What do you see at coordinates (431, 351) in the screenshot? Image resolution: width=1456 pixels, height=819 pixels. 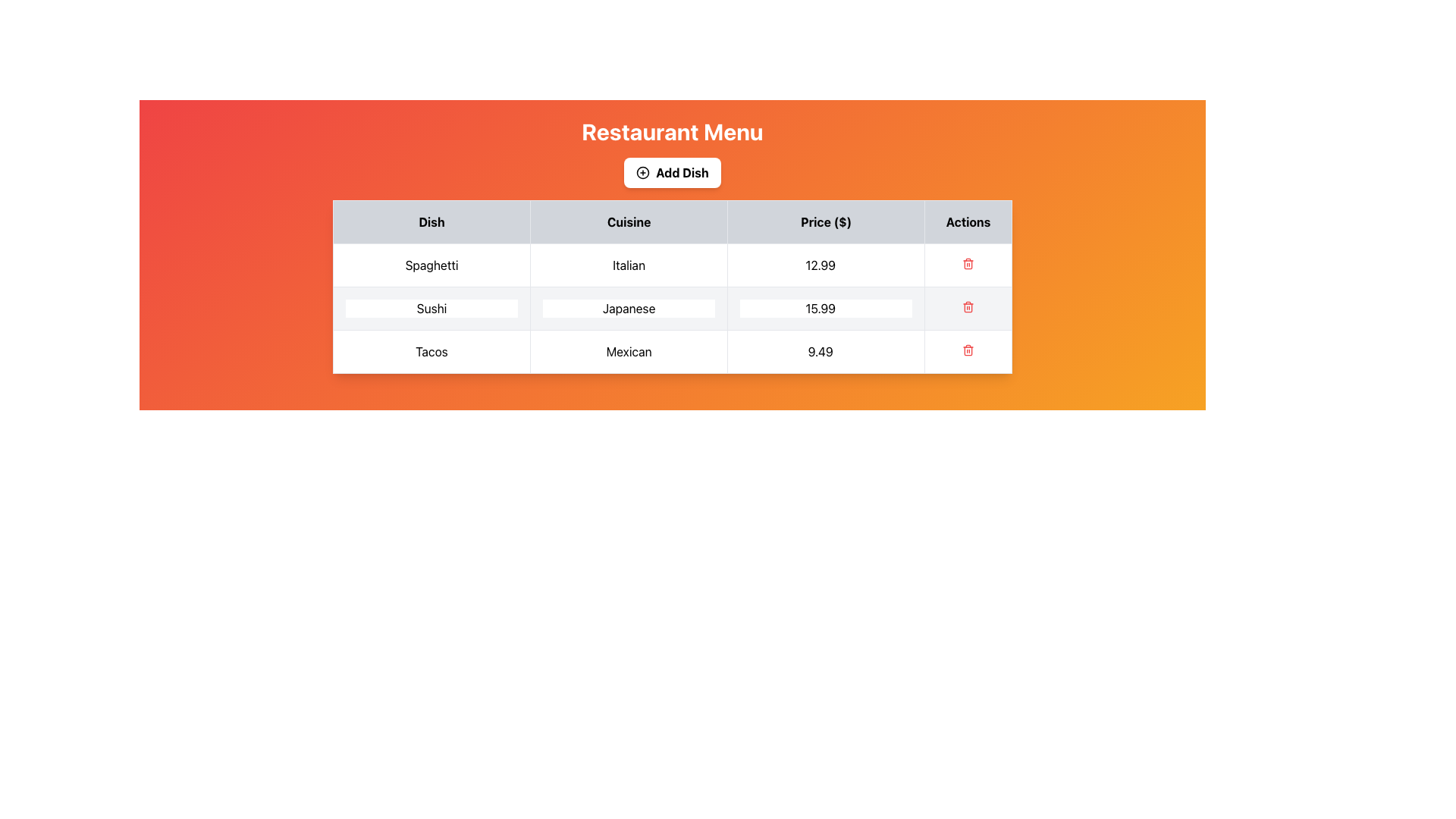 I see `the Text display box in the 'Dish' column of the menu table, located in the leftmost column of the last row, directly under the 'Dish' header and above the row containing 'Mexican'` at bounding box center [431, 351].